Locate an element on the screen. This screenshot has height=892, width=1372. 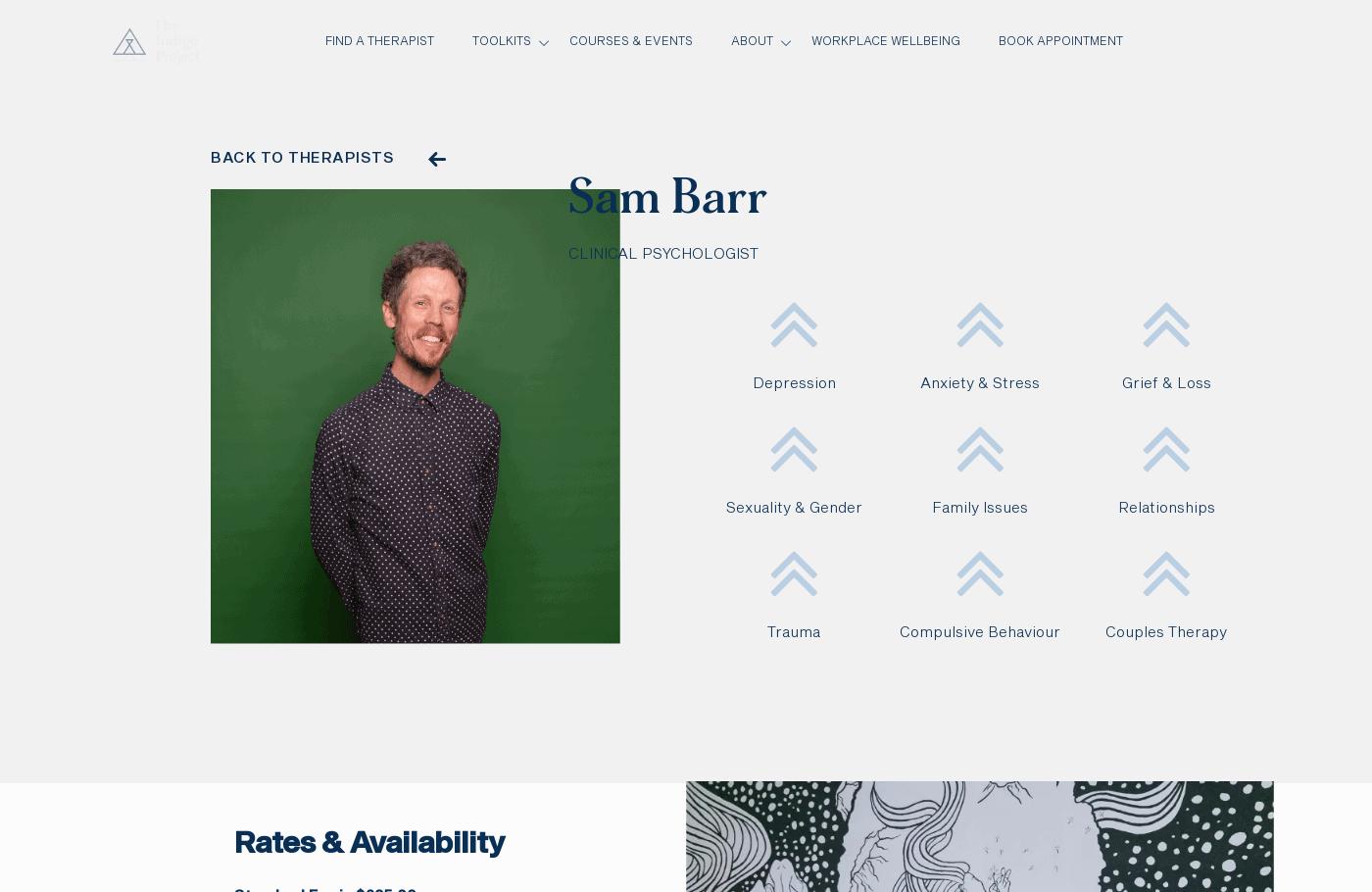
'Book Appointment' is located at coordinates (997, 41).